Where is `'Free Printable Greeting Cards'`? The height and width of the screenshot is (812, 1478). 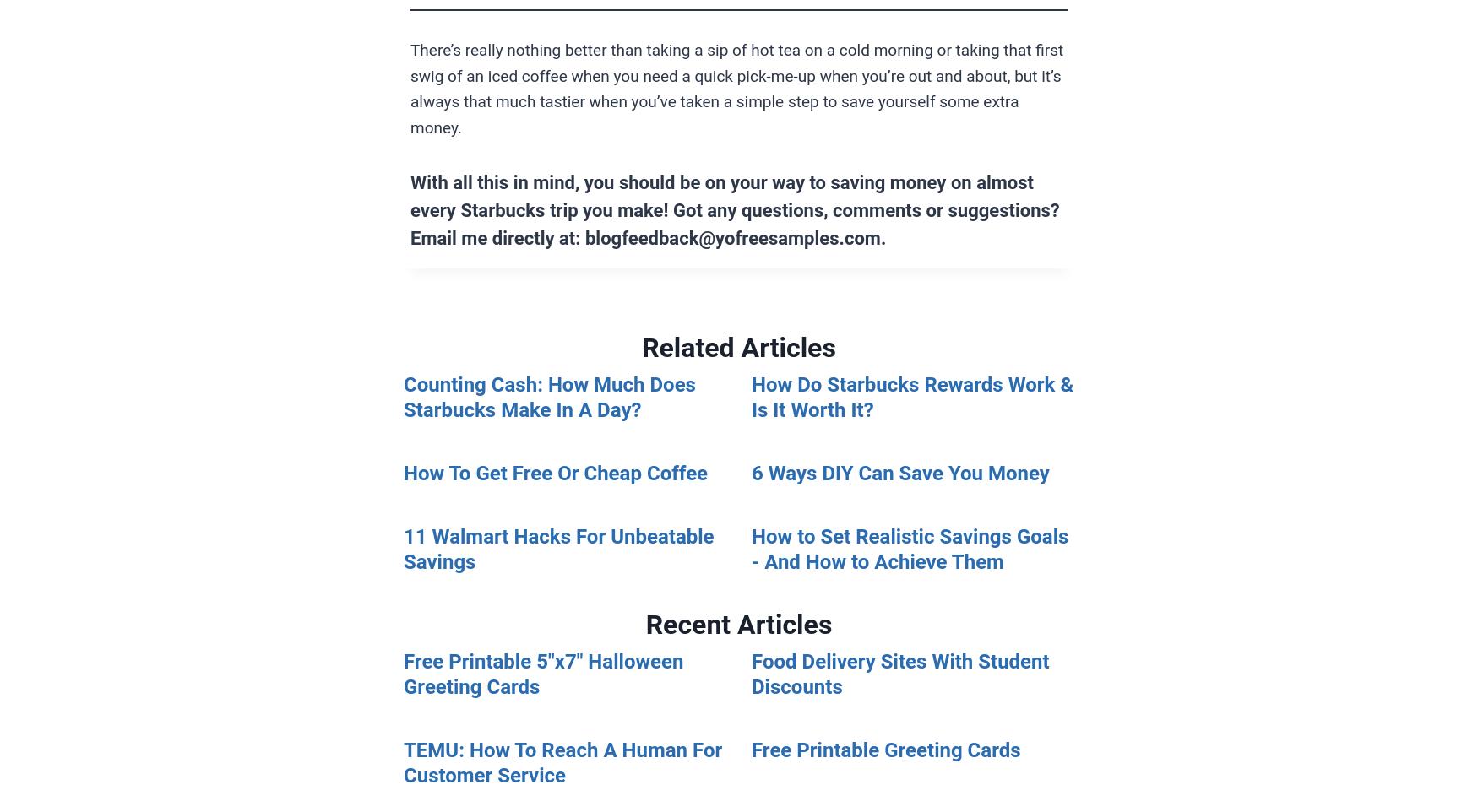 'Free Printable Greeting Cards' is located at coordinates (884, 749).